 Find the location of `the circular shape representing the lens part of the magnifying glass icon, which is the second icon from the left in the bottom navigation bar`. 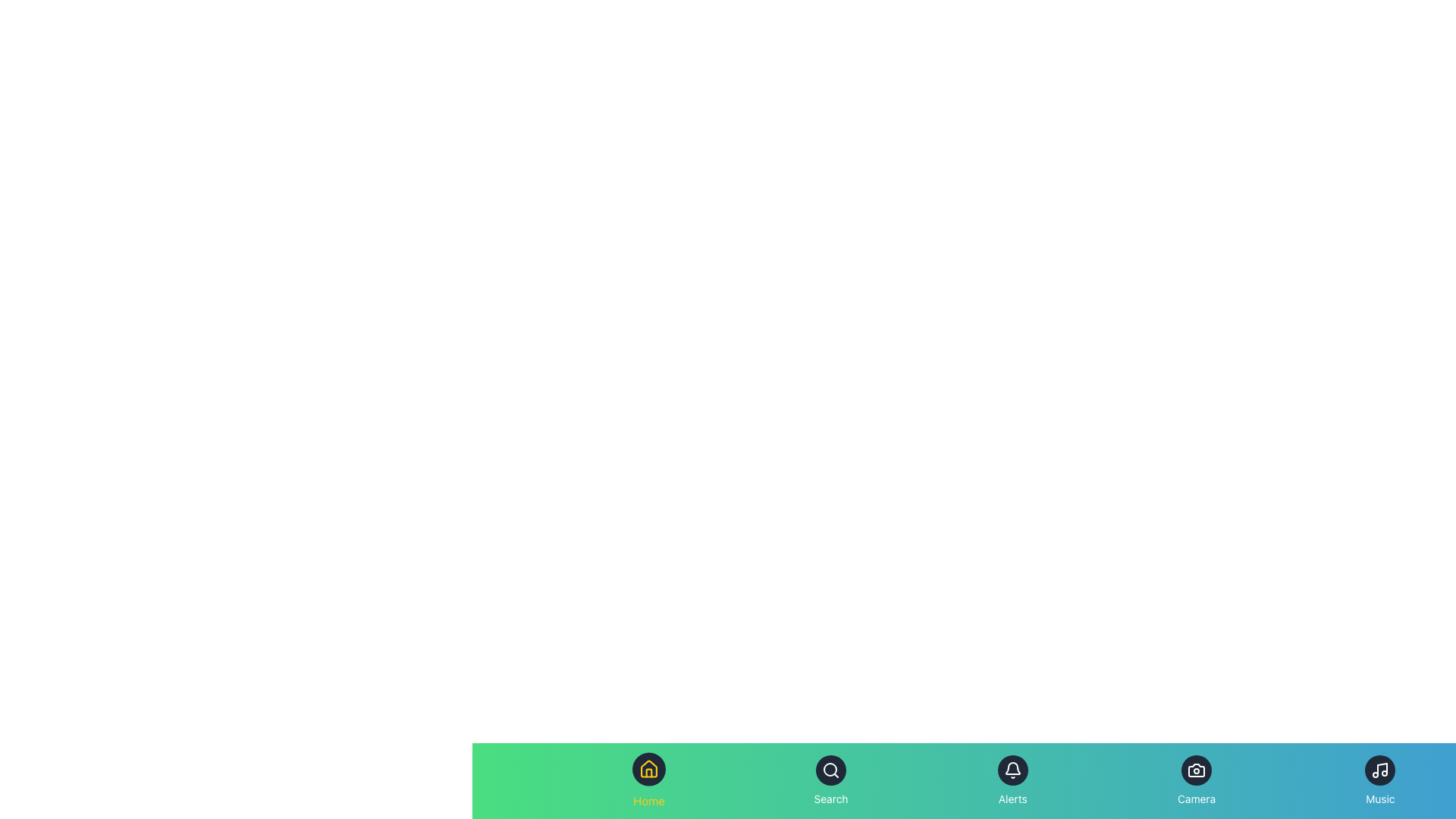

the circular shape representing the lens part of the magnifying glass icon, which is the second icon from the left in the bottom navigation bar is located at coordinates (829, 769).